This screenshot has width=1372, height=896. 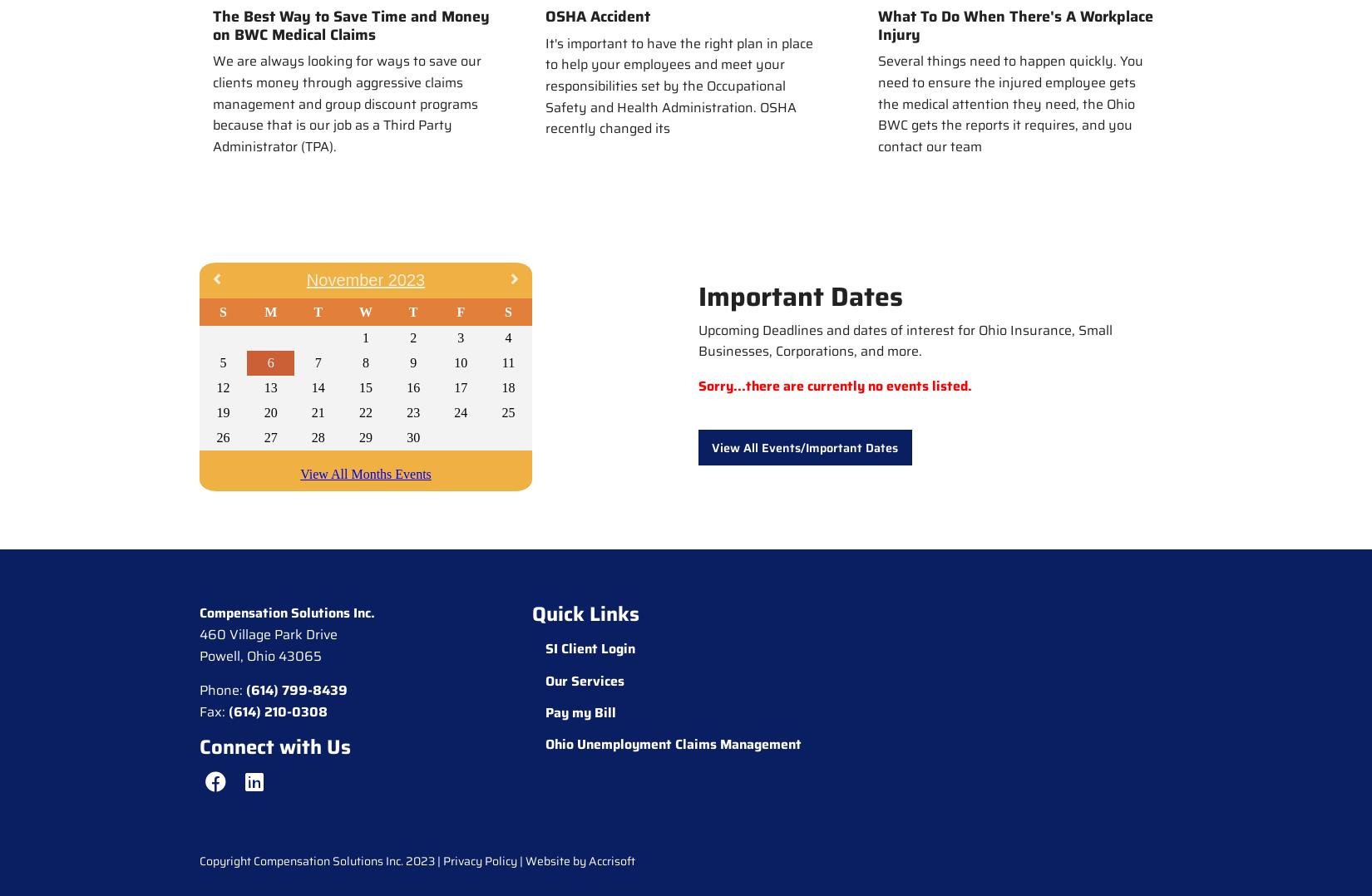 I want to click on 'Fax:', so click(x=214, y=710).